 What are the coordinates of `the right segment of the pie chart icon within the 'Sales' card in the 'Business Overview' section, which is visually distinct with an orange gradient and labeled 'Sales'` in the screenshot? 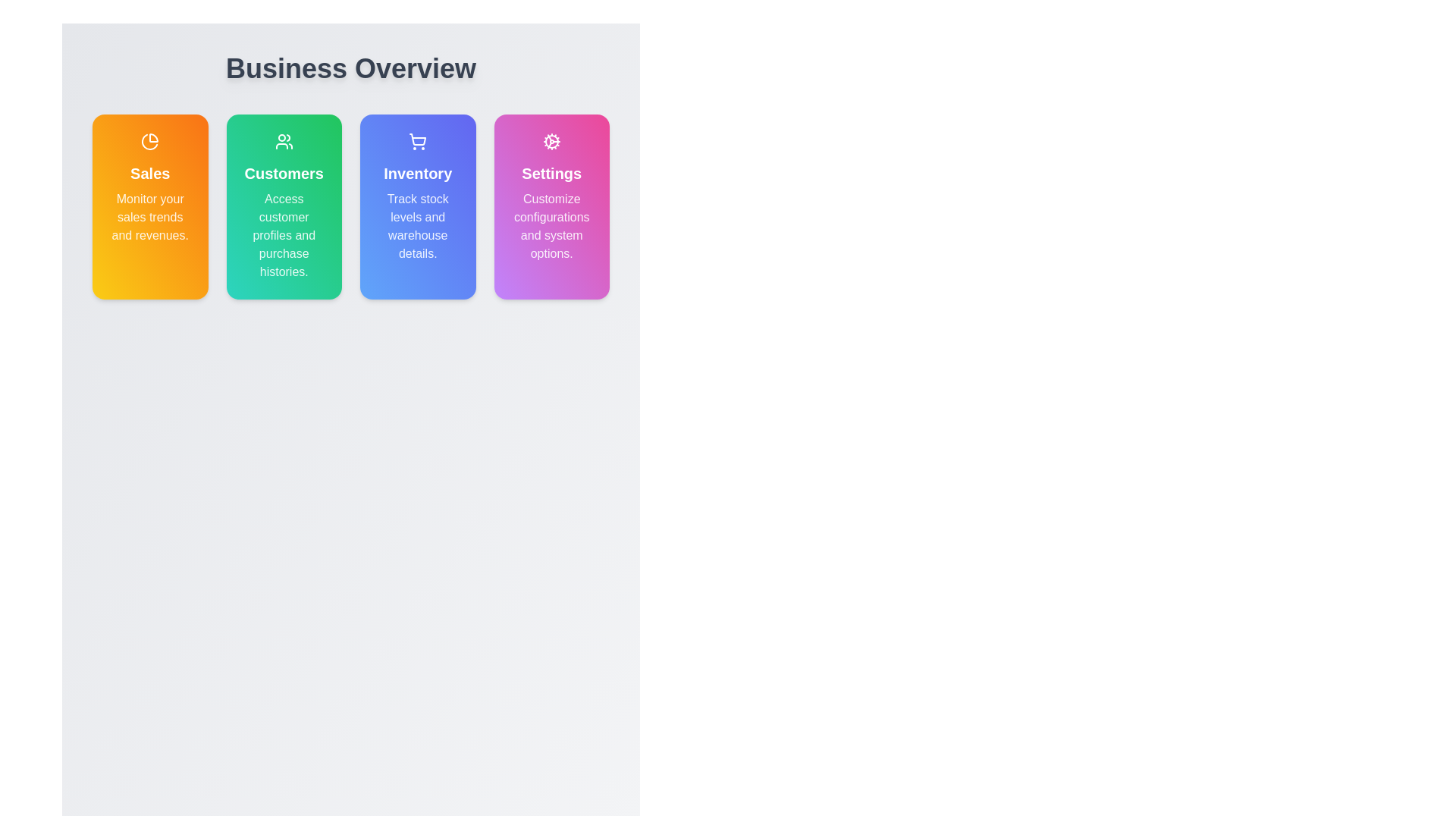 It's located at (154, 137).